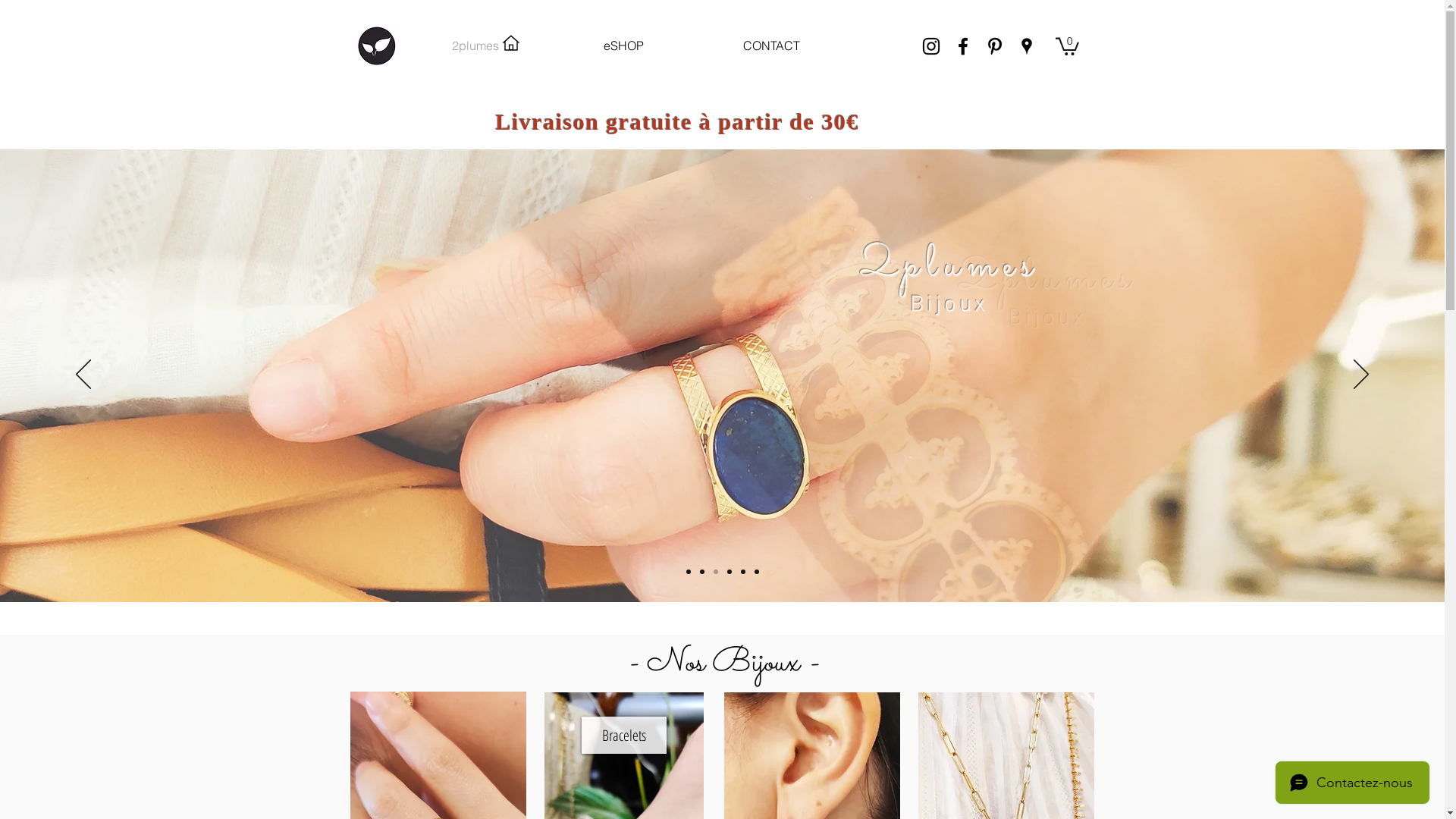 Image resolution: width=1456 pixels, height=819 pixels. What do you see at coordinates (623, 734) in the screenshot?
I see `'Bracelets'` at bounding box center [623, 734].